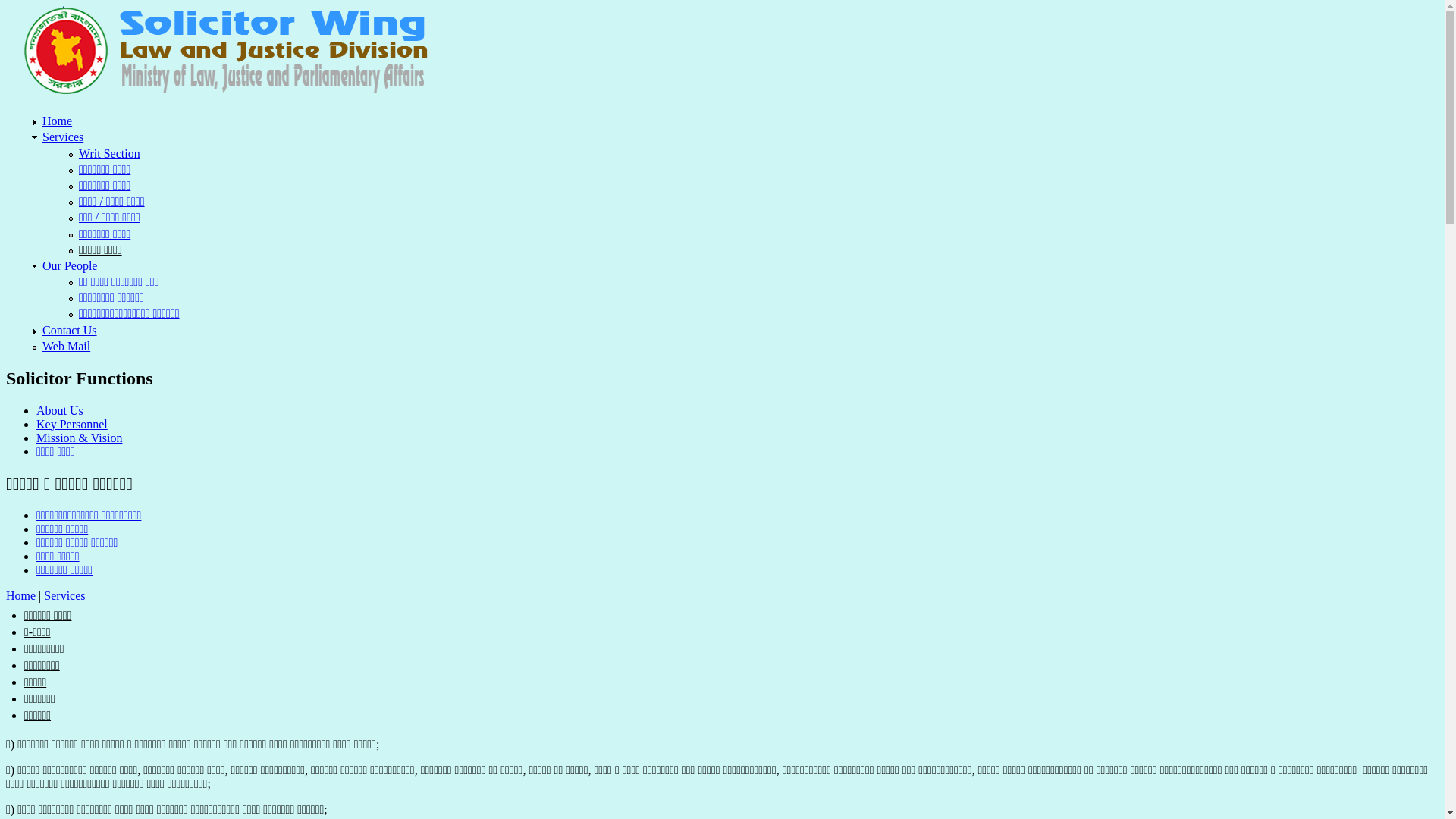  Describe the element at coordinates (59, 410) in the screenshot. I see `'About Us'` at that location.